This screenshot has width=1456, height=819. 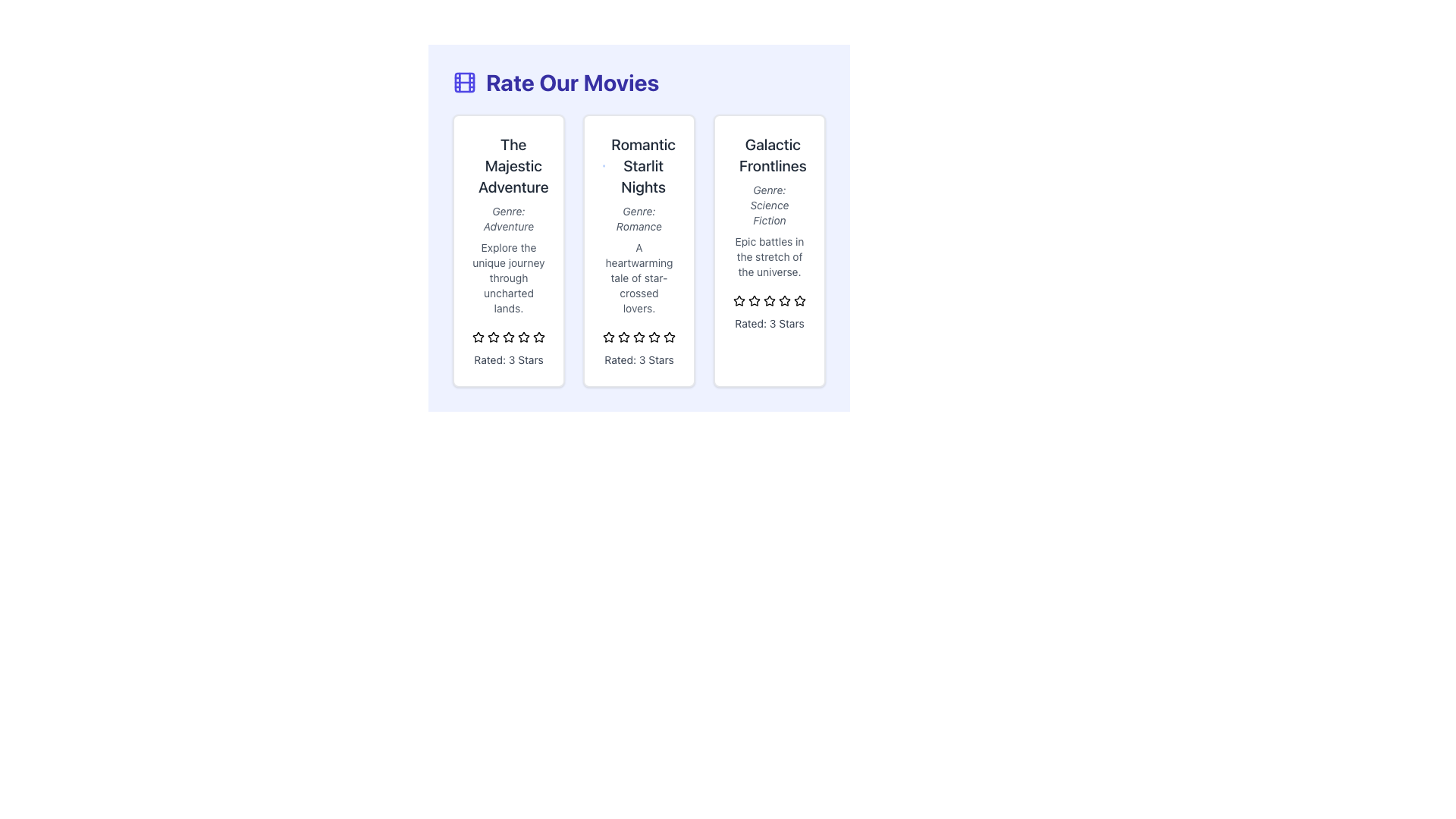 I want to click on the third star icon in the horizontal line of five stars, which represents the third rating level in the star-based rating system for the card labeled 'Romantic Starlit Nights', so click(x=639, y=336).